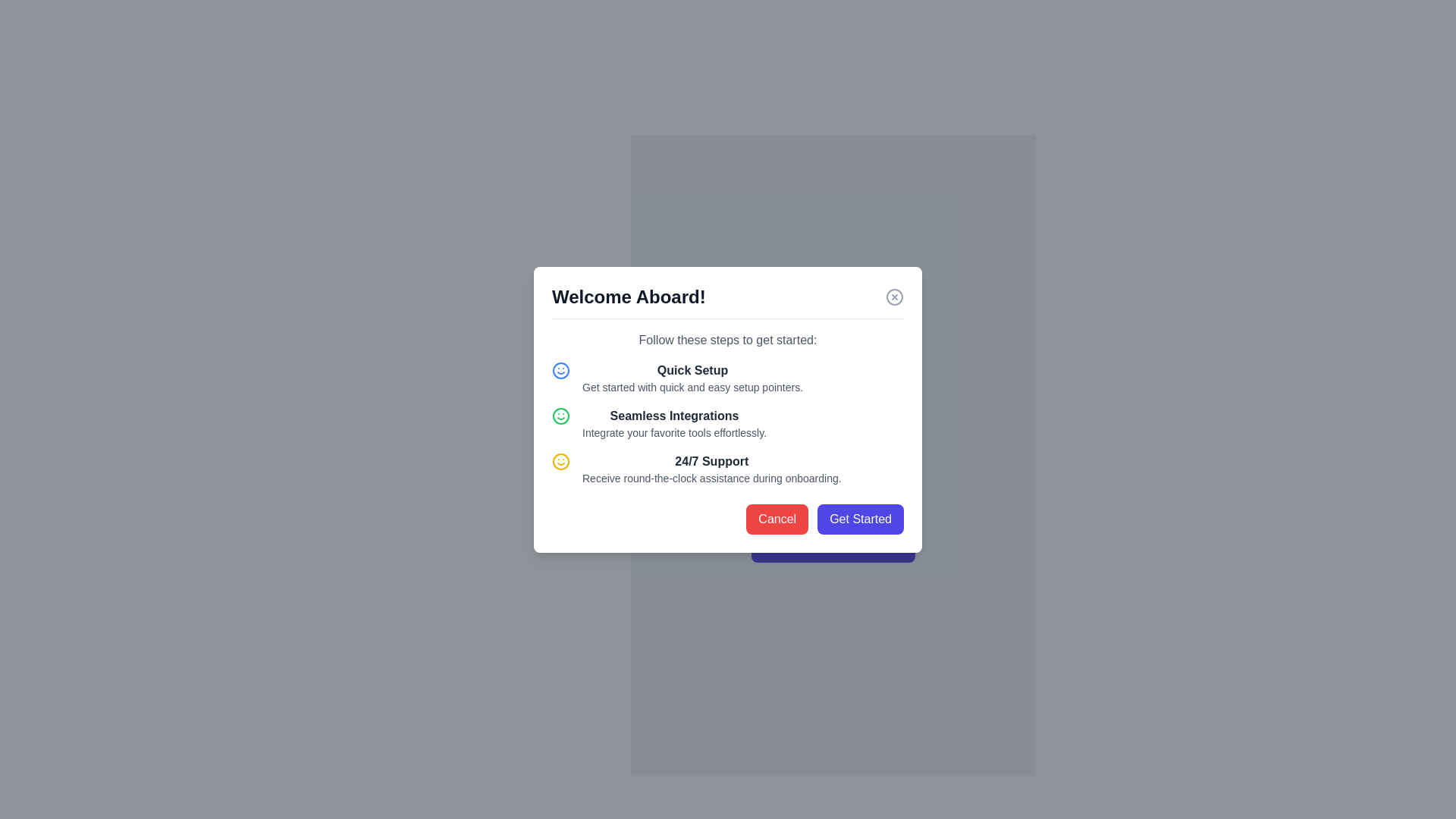  Describe the element at coordinates (560, 370) in the screenshot. I see `the circular icon with a blue border and a smiley face located in the 'Quick Setup' section of the modal window, positioned above the text 'Get started with quick and easy setup pointers.'` at that location.